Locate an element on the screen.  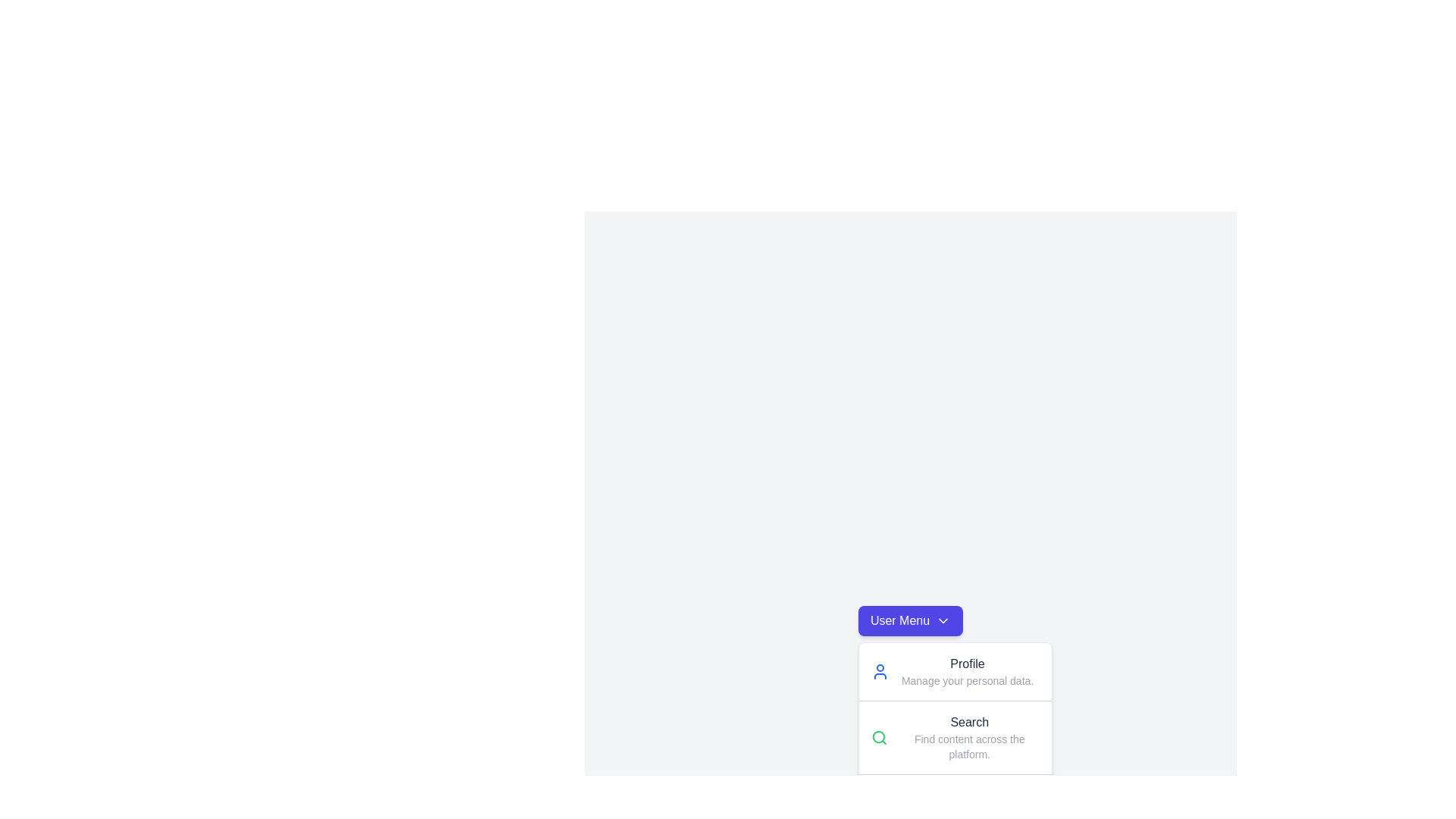
the second menu item in the 'User Menu' dropdown is located at coordinates (954, 736).